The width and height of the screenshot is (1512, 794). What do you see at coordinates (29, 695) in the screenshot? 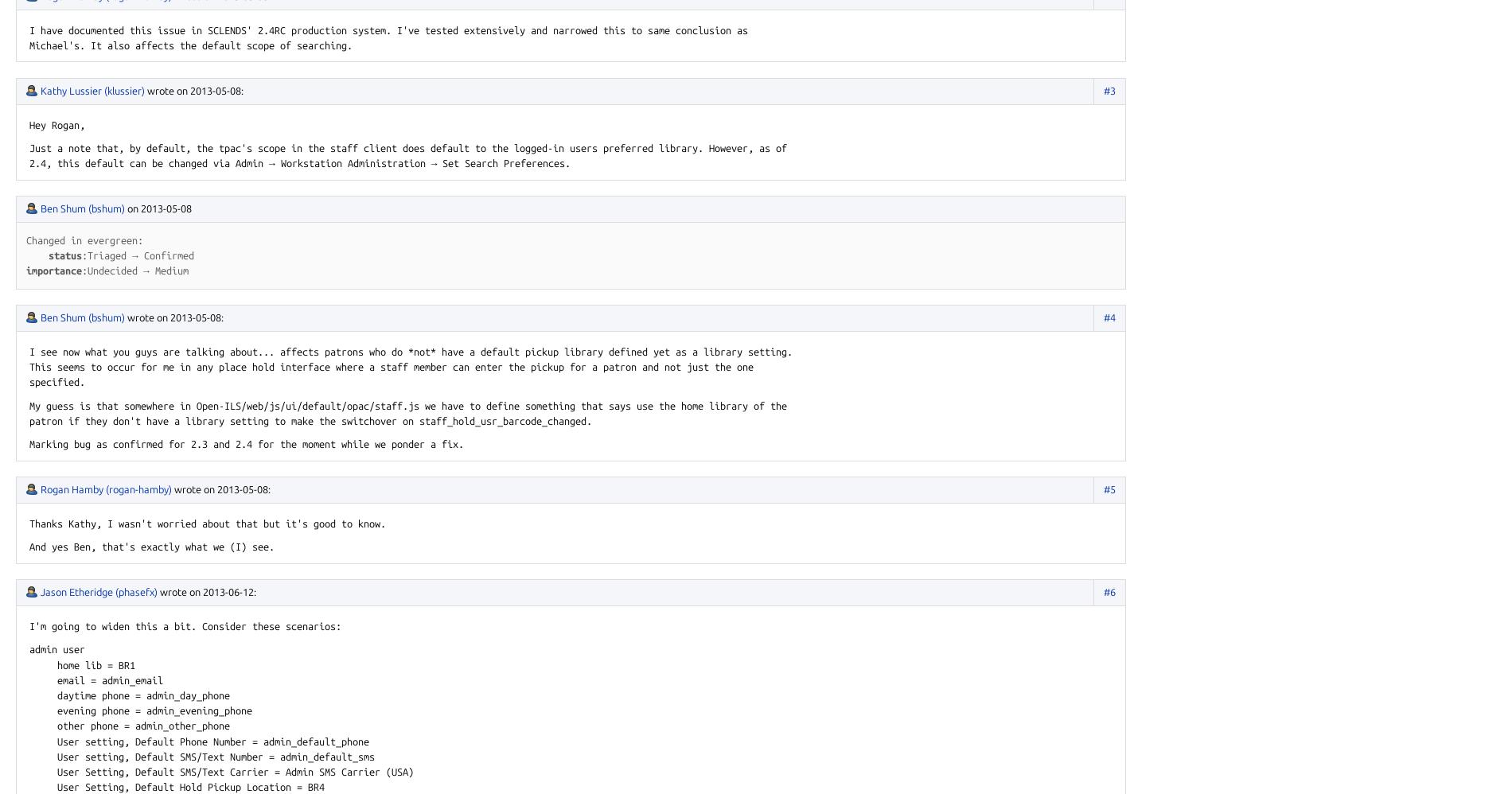
I see `'daytime phone = admin_day_phone'` at bounding box center [29, 695].